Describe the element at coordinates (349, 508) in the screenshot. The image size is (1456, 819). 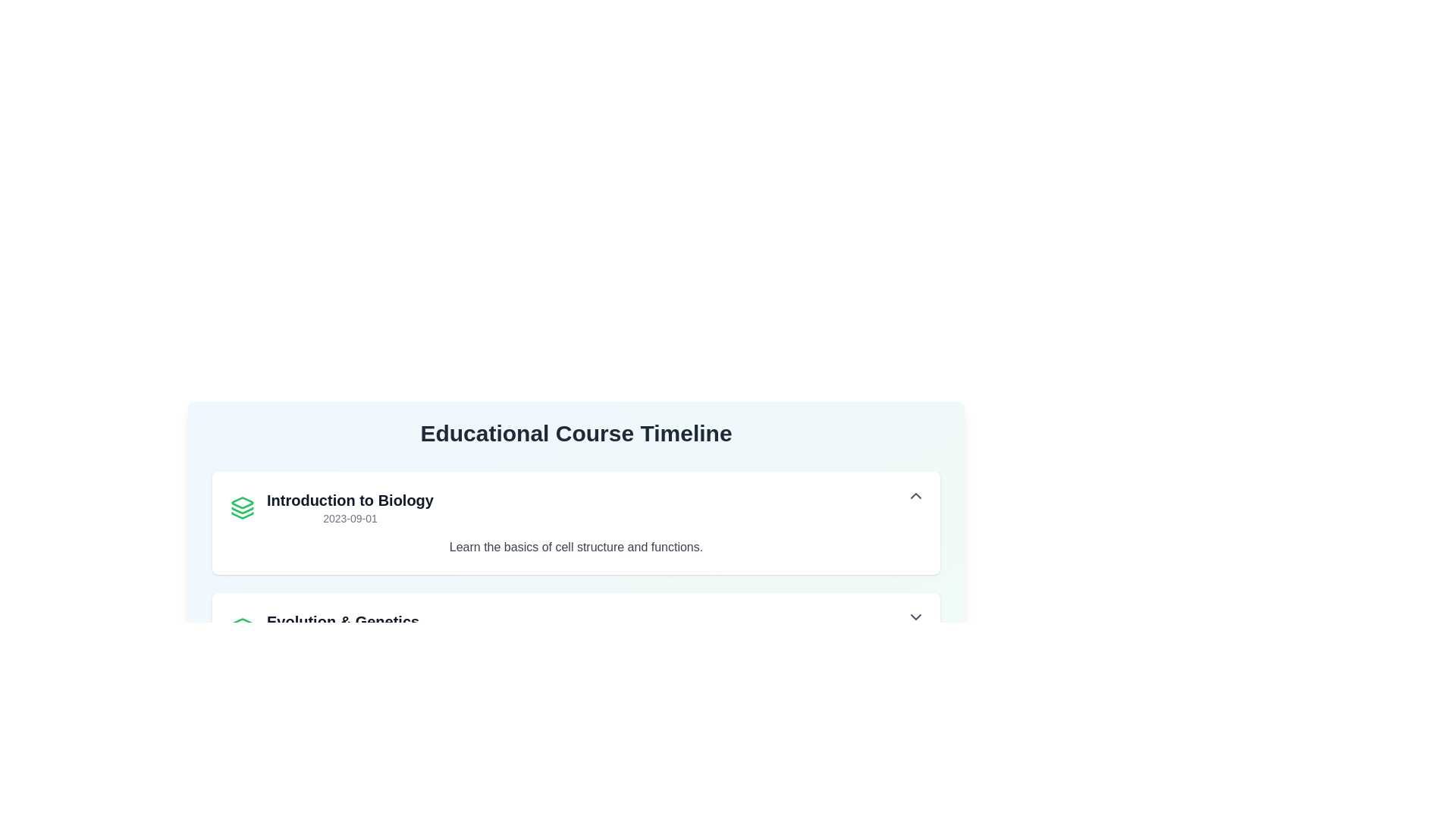
I see `text content block that describes the course entry, which is located to the right of a green layered icon in the first row of the 'Educational Course Timeline' section` at that location.